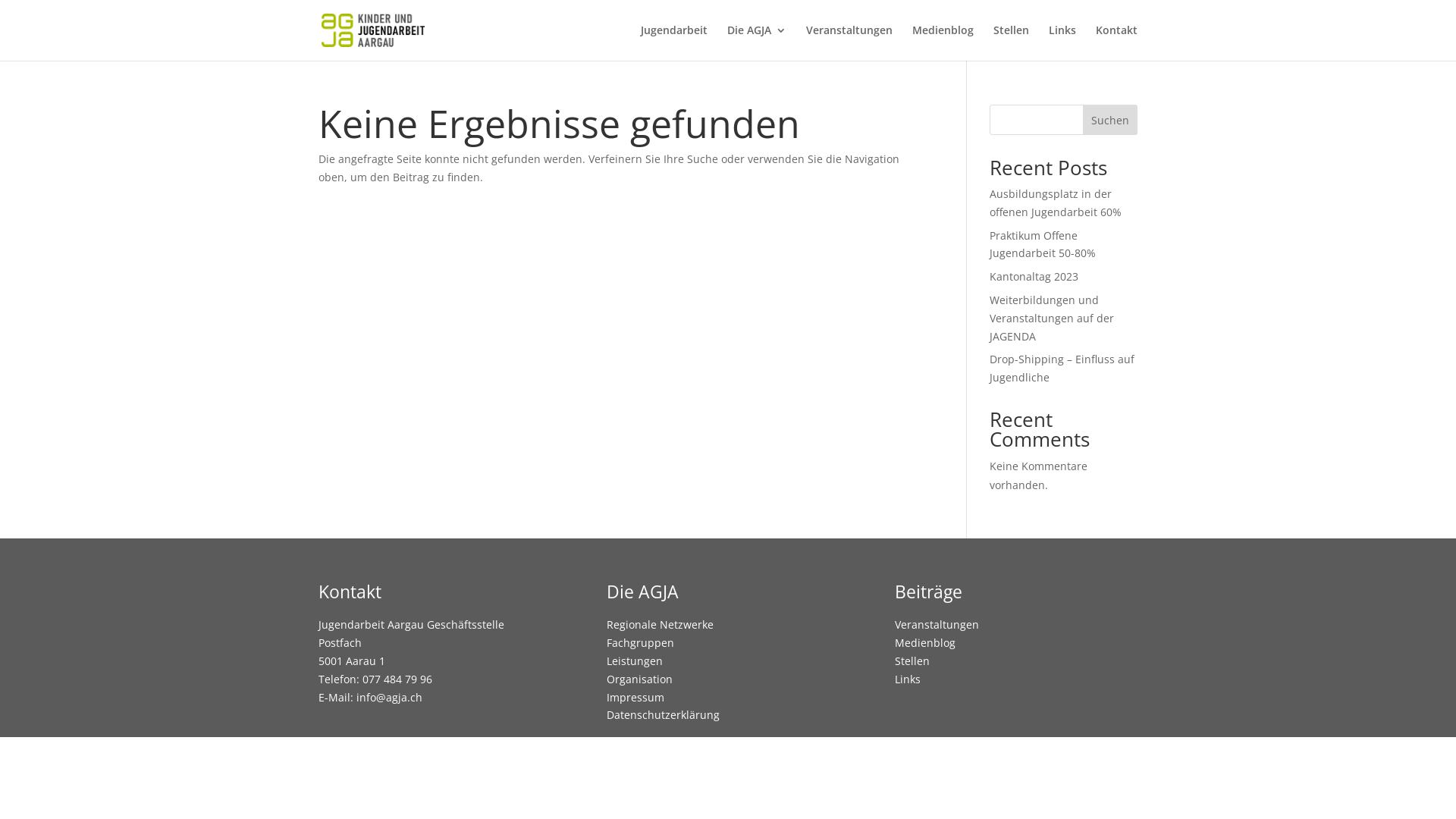  I want to click on 'Die AGJA', so click(757, 42).